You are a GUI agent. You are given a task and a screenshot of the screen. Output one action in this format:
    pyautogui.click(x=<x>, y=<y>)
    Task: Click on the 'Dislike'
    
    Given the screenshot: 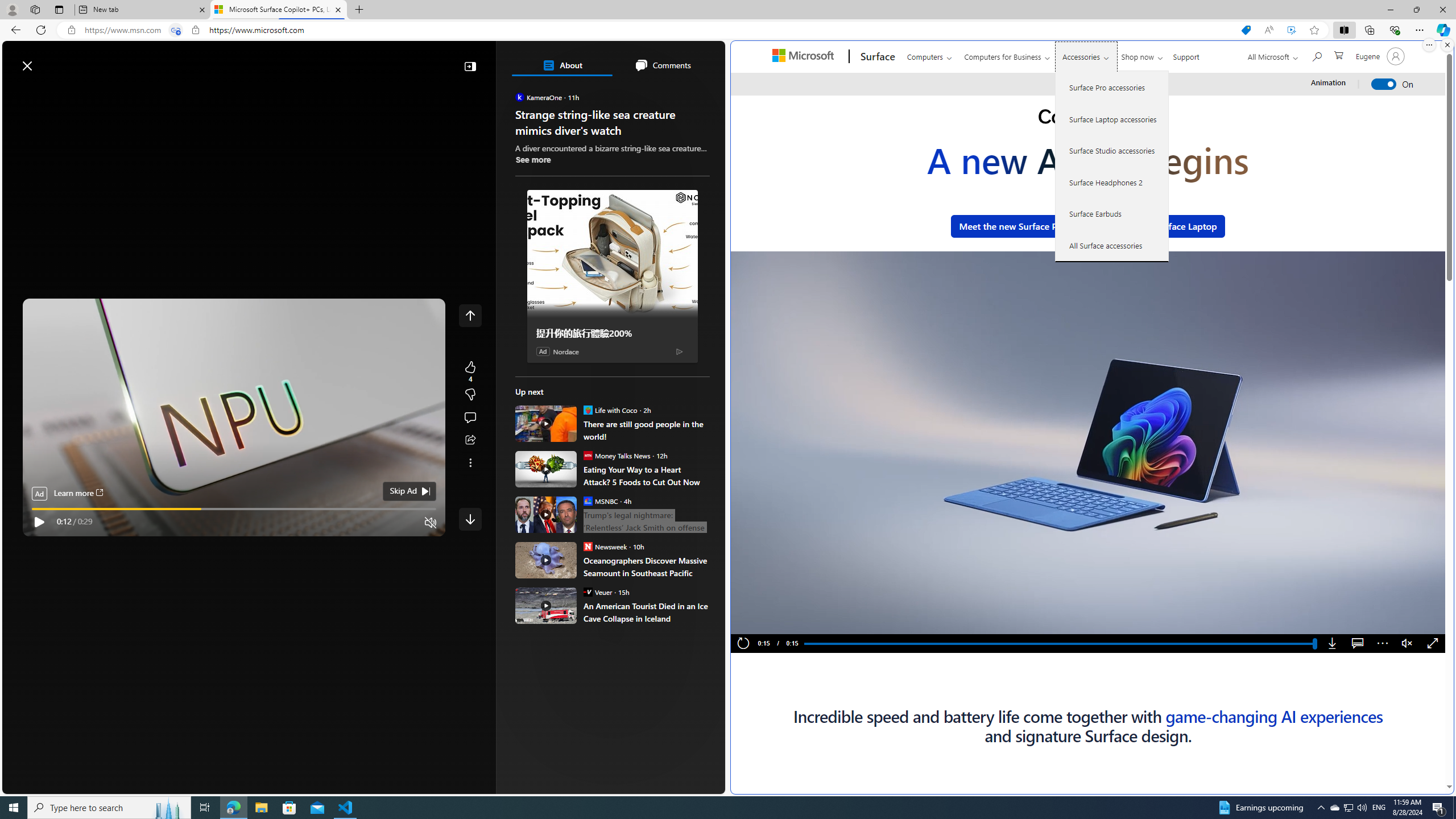 What is the action you would take?
    pyautogui.click(x=470, y=394)
    